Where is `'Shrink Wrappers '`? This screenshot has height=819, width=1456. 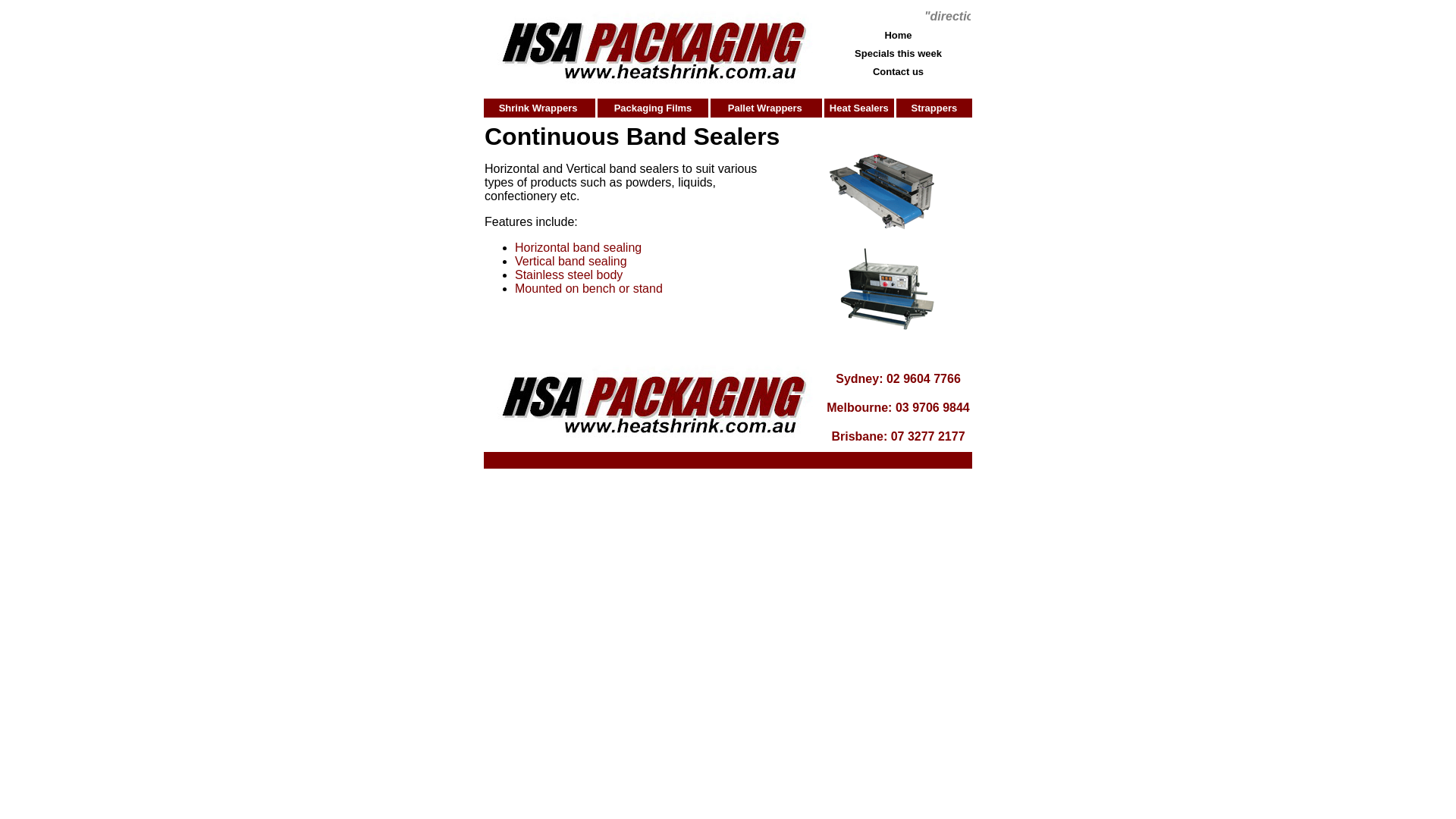
'Shrink Wrappers ' is located at coordinates (539, 107).